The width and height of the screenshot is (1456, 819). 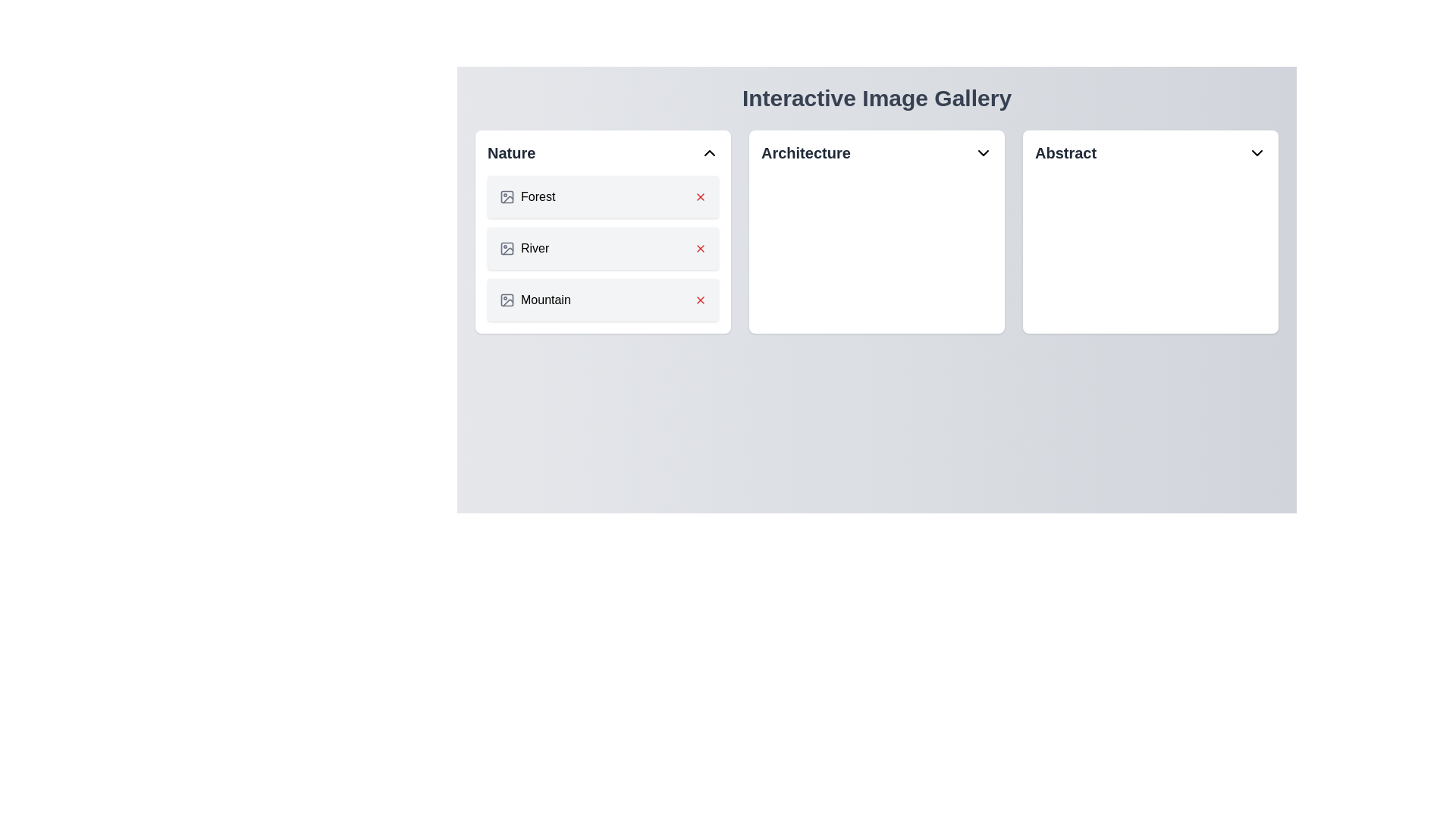 What do you see at coordinates (877, 99) in the screenshot?
I see `header text element titled 'Interactive Image Gallery' which is centrally aligned at the top of the interface` at bounding box center [877, 99].